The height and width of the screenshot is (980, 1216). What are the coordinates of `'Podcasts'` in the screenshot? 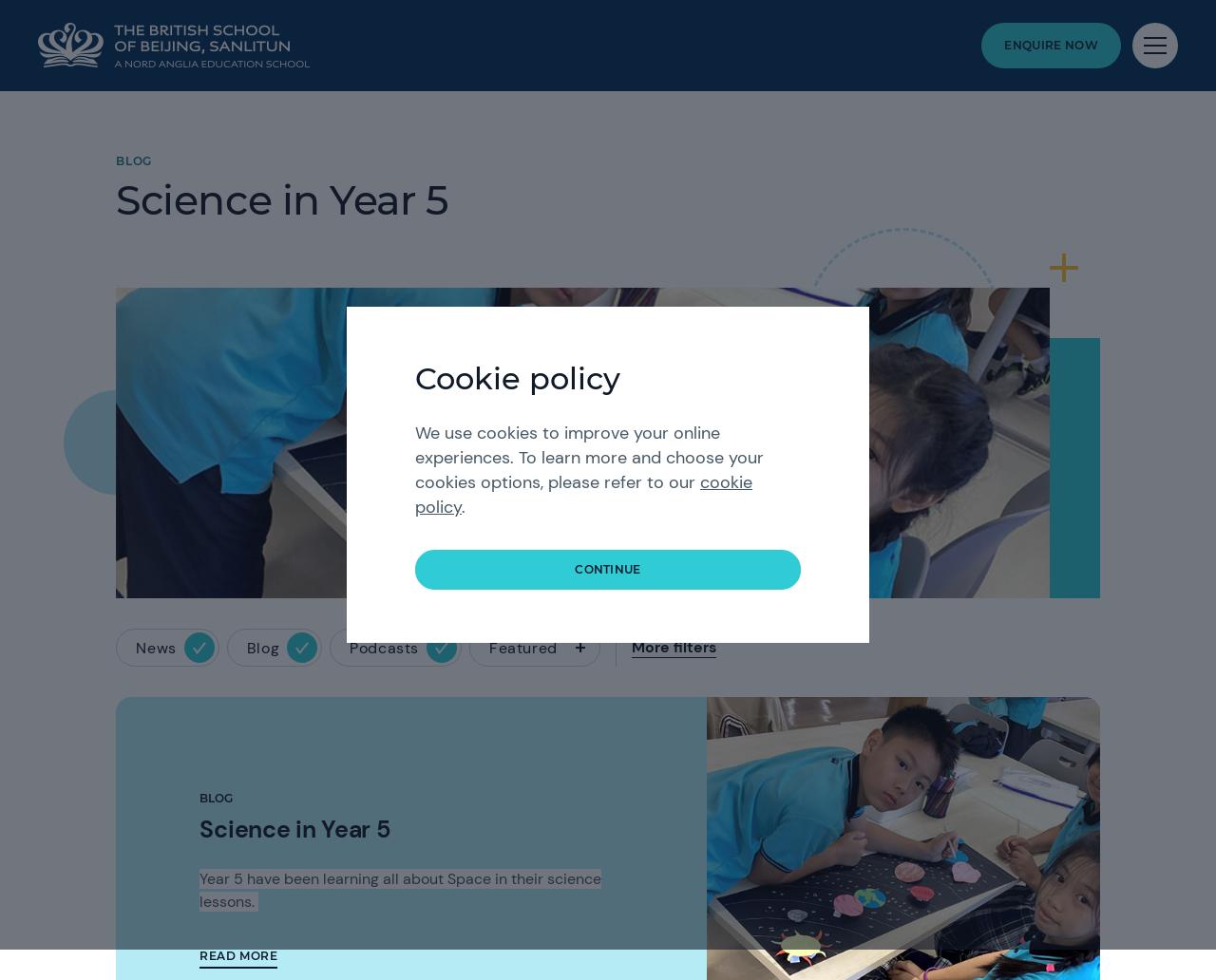 It's located at (383, 646).